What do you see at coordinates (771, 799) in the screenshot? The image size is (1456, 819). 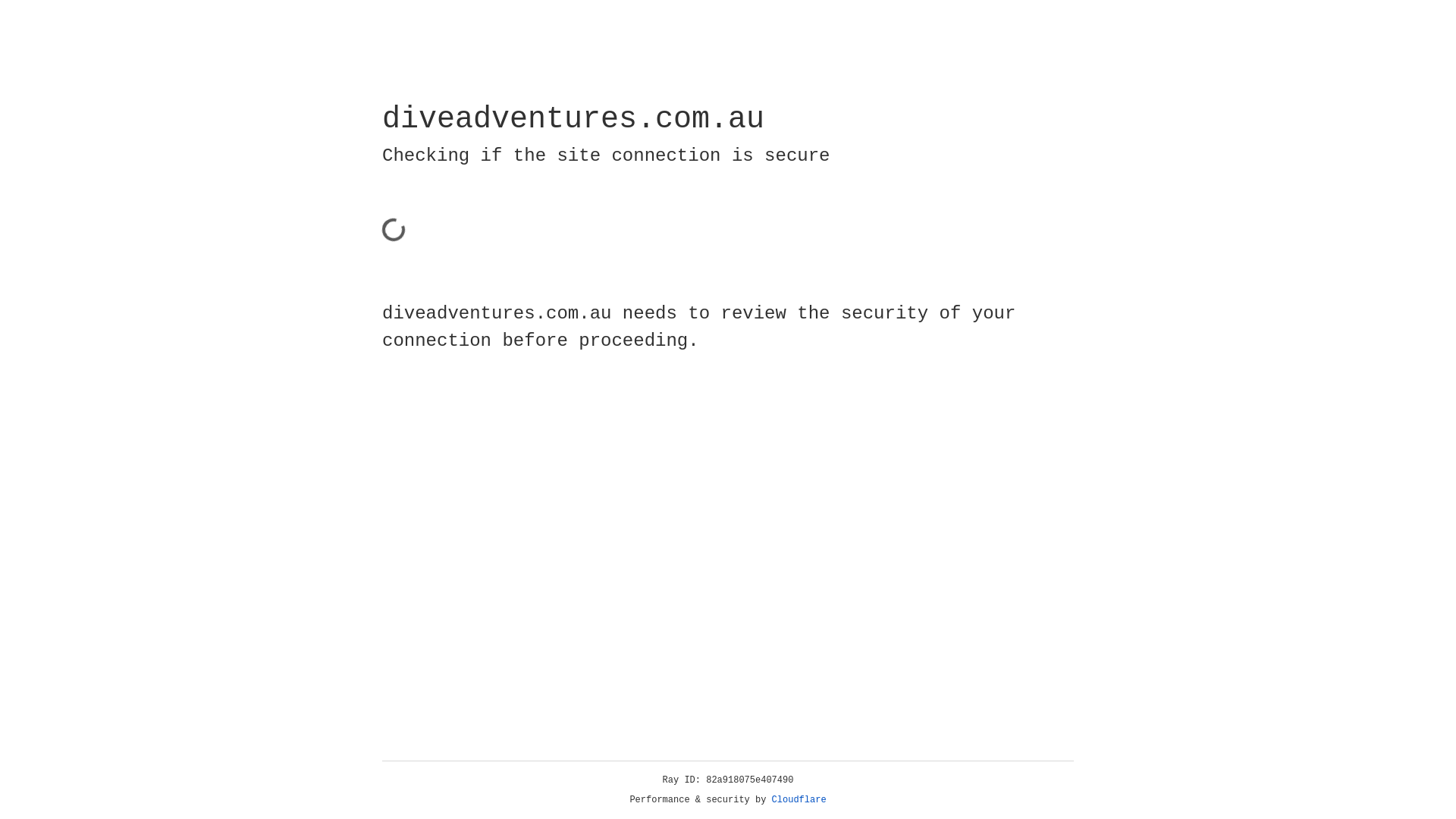 I see `'Cloudflare'` at bounding box center [771, 799].